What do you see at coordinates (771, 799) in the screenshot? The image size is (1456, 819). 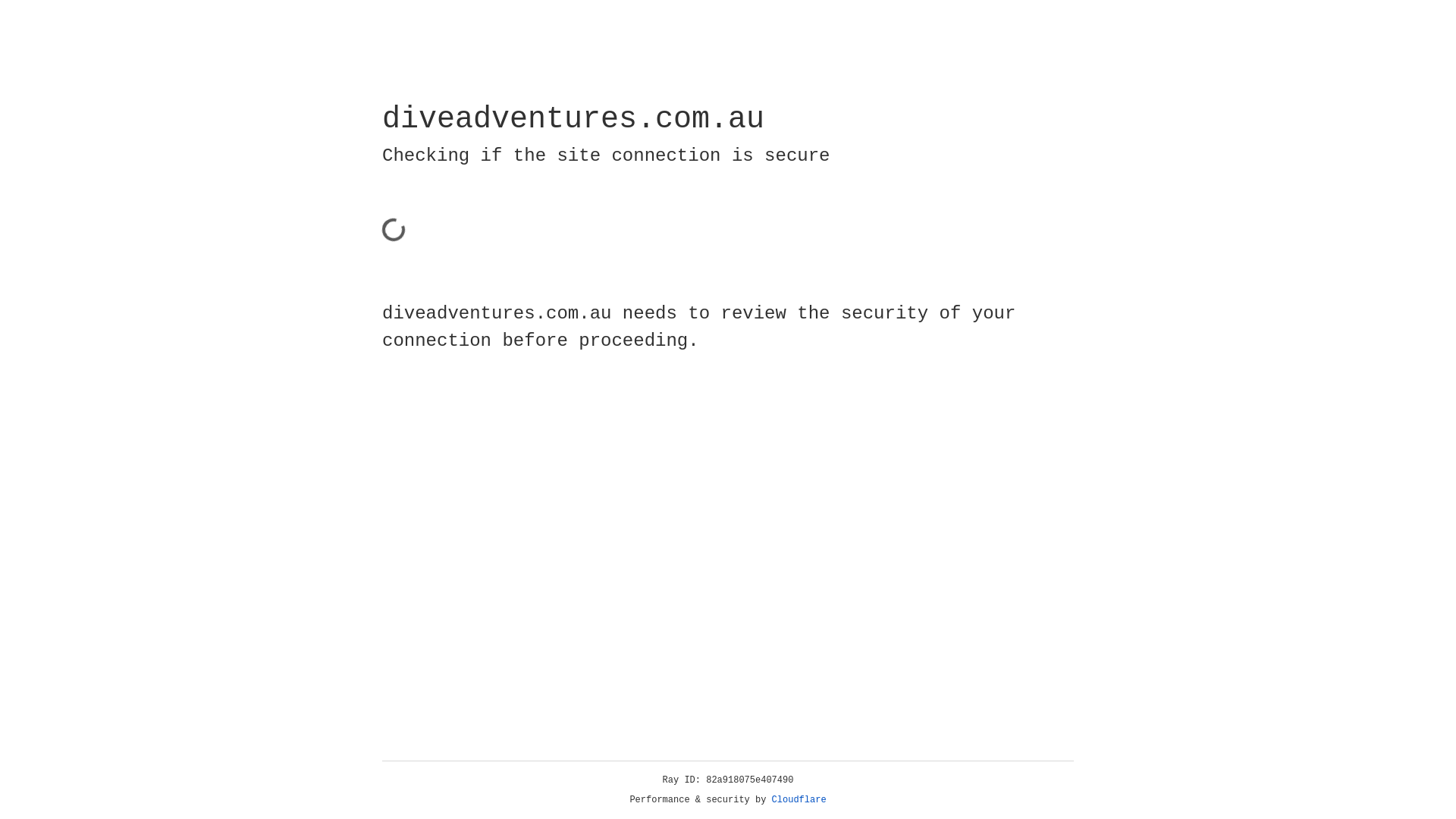 I see `'Cloudflare'` at bounding box center [771, 799].